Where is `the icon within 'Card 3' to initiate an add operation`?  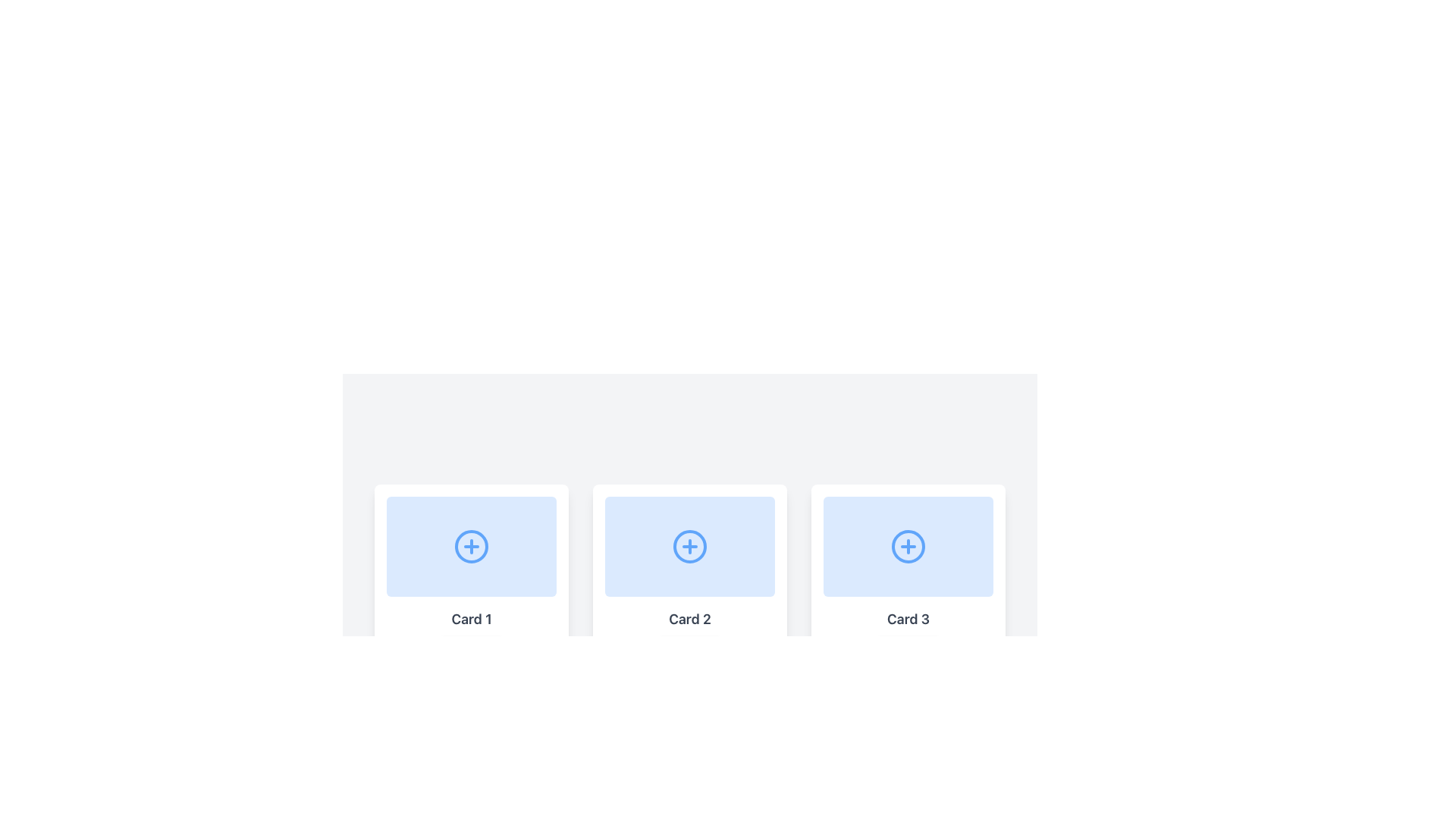 the icon within 'Card 3' to initiate an add operation is located at coordinates (908, 547).